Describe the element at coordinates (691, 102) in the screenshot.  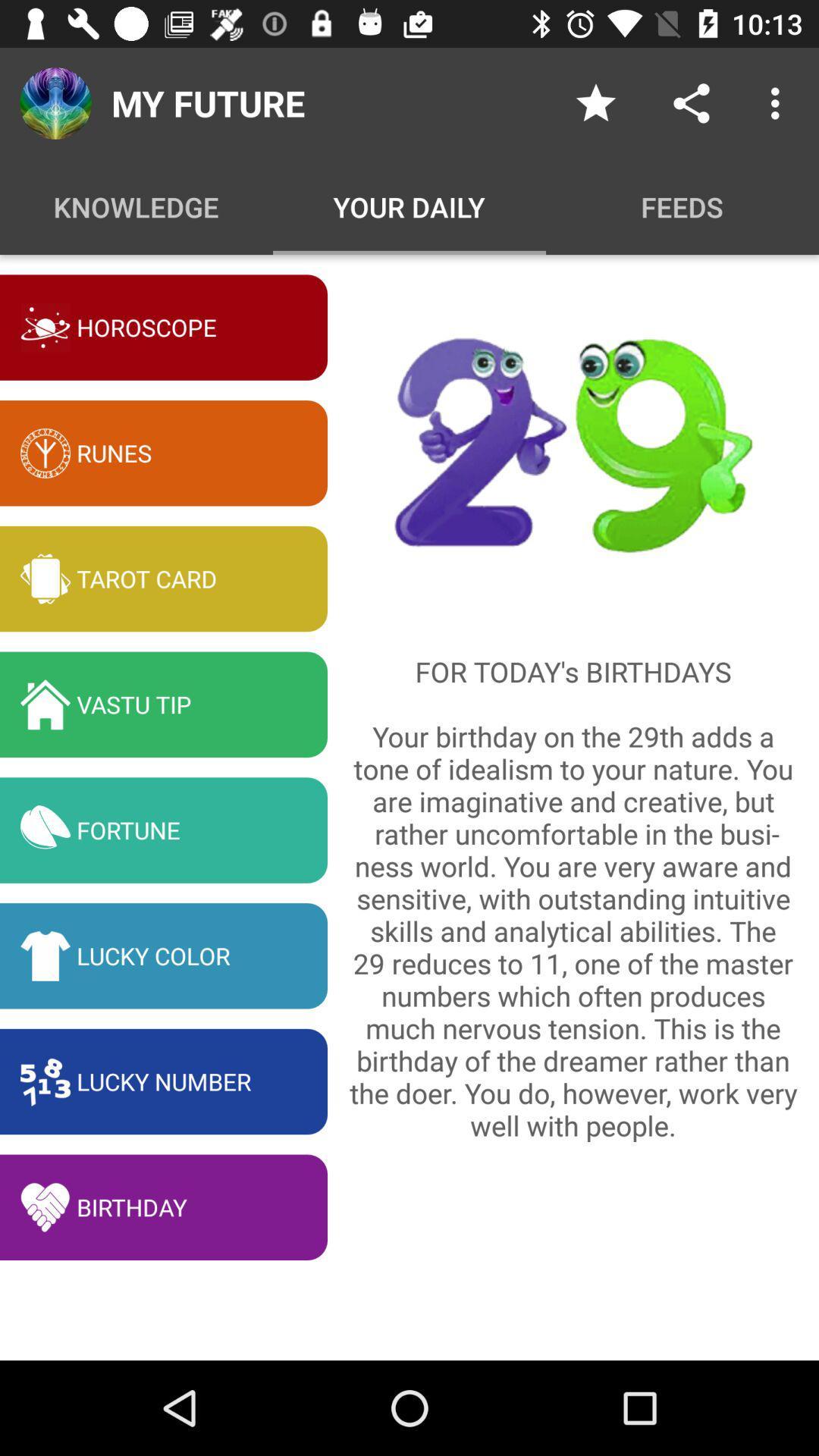
I see `the icon above feeds item` at that location.